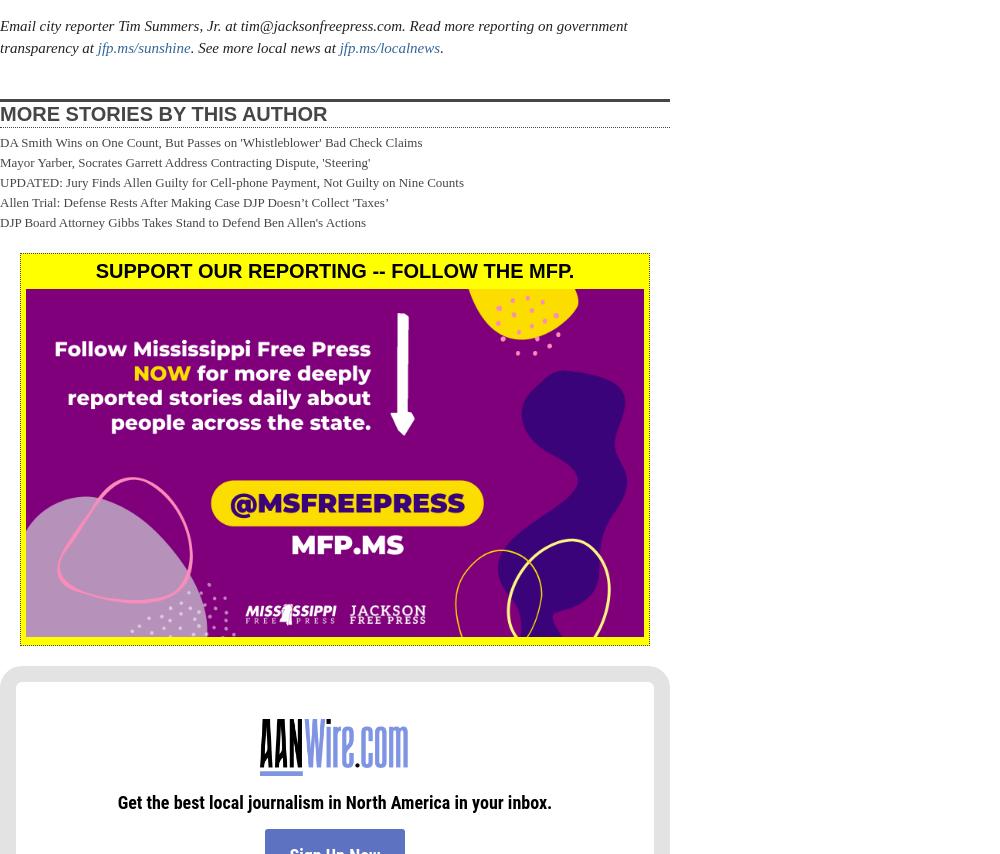  I want to click on '.', so click(439, 47).